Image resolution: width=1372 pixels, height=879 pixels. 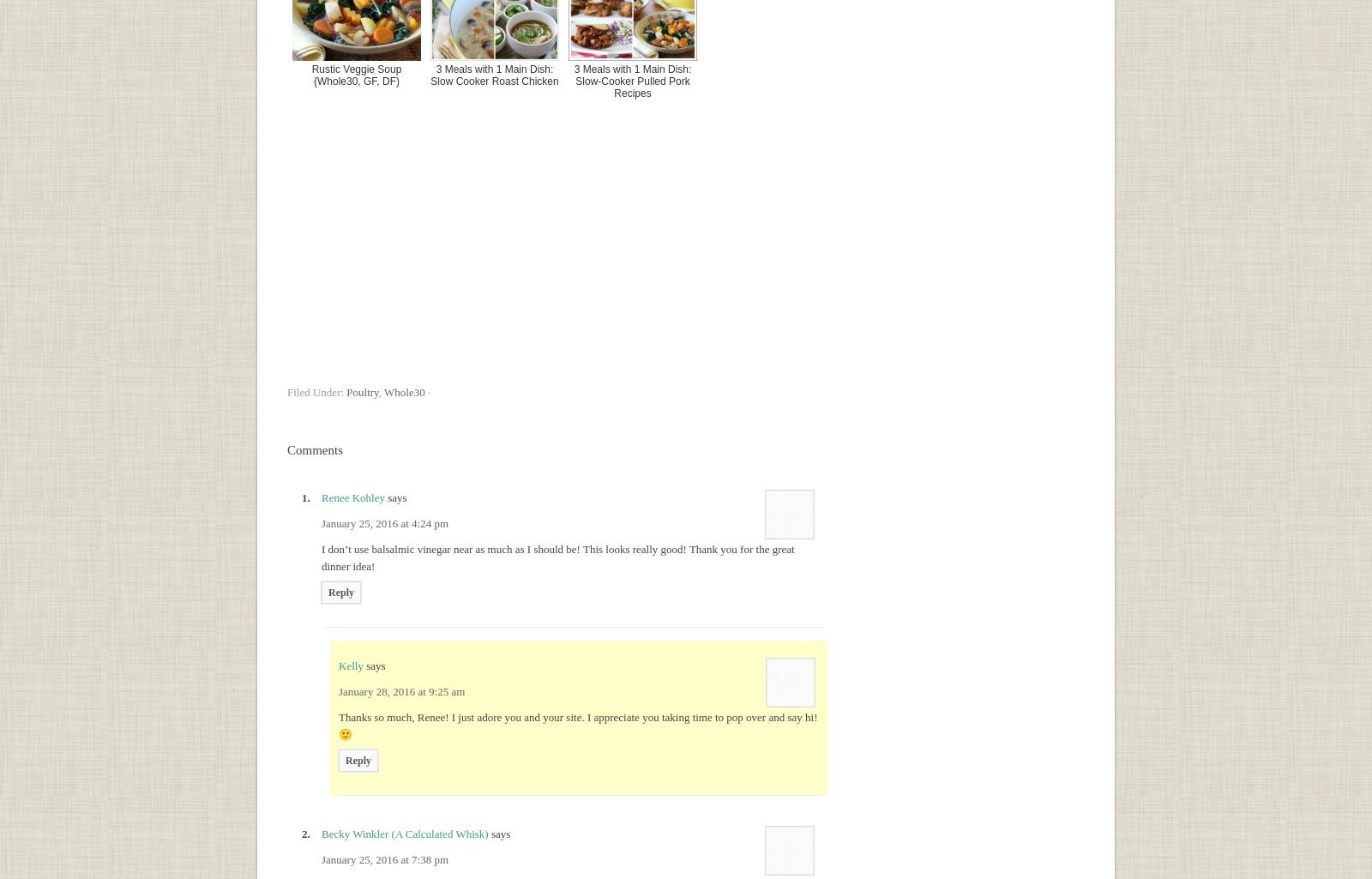 I want to click on 'Filed Under:', so click(x=287, y=391).